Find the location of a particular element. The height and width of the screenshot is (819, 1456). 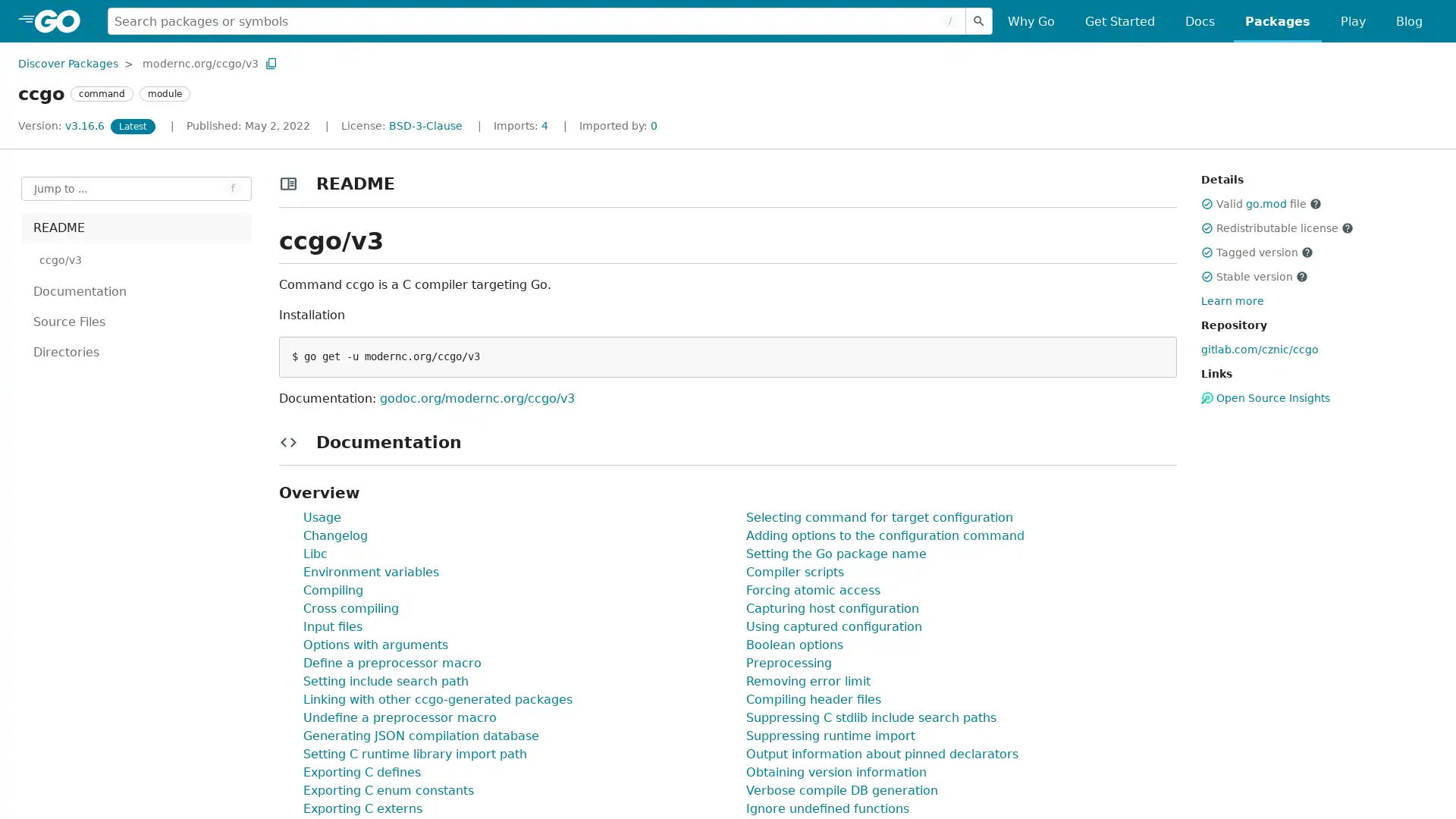

Open Jump to Identifier is located at coordinates (136, 188).